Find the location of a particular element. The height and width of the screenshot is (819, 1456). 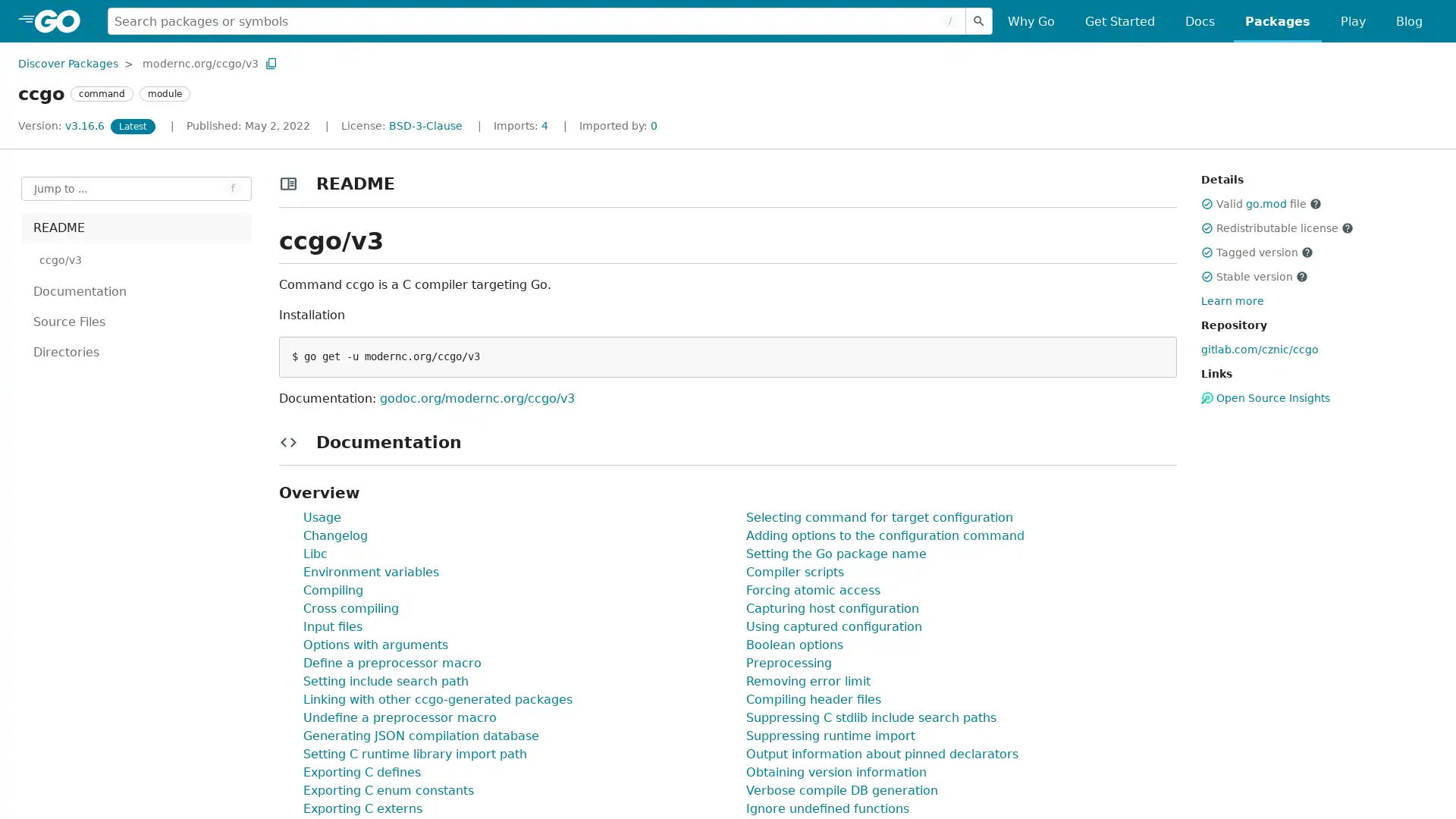

Open Jump to Identifier is located at coordinates (136, 188).